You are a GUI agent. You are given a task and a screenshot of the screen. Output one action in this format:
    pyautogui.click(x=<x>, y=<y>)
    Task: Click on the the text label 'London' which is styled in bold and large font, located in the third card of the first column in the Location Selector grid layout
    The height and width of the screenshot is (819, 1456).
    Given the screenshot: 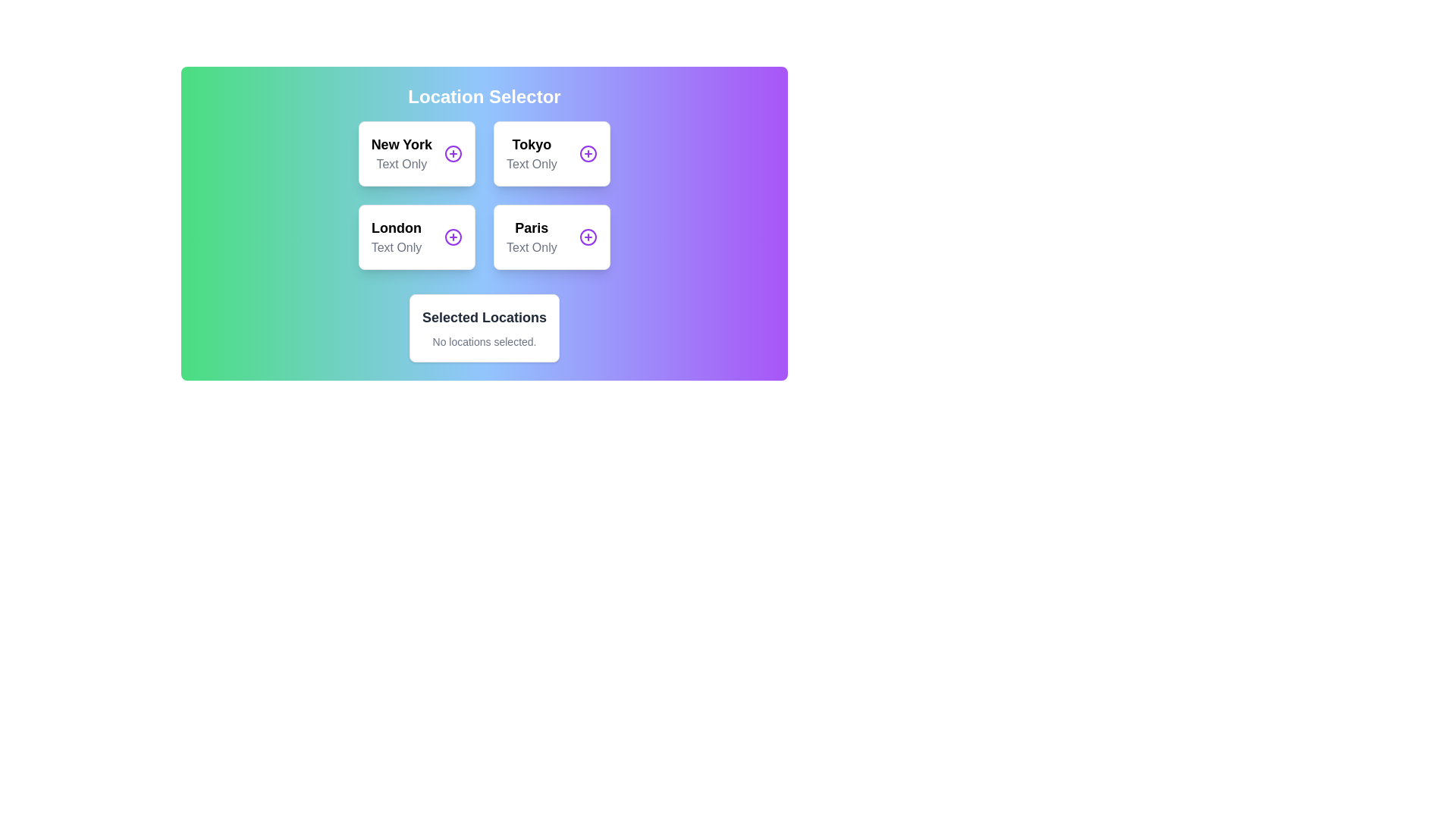 What is the action you would take?
    pyautogui.click(x=397, y=227)
    